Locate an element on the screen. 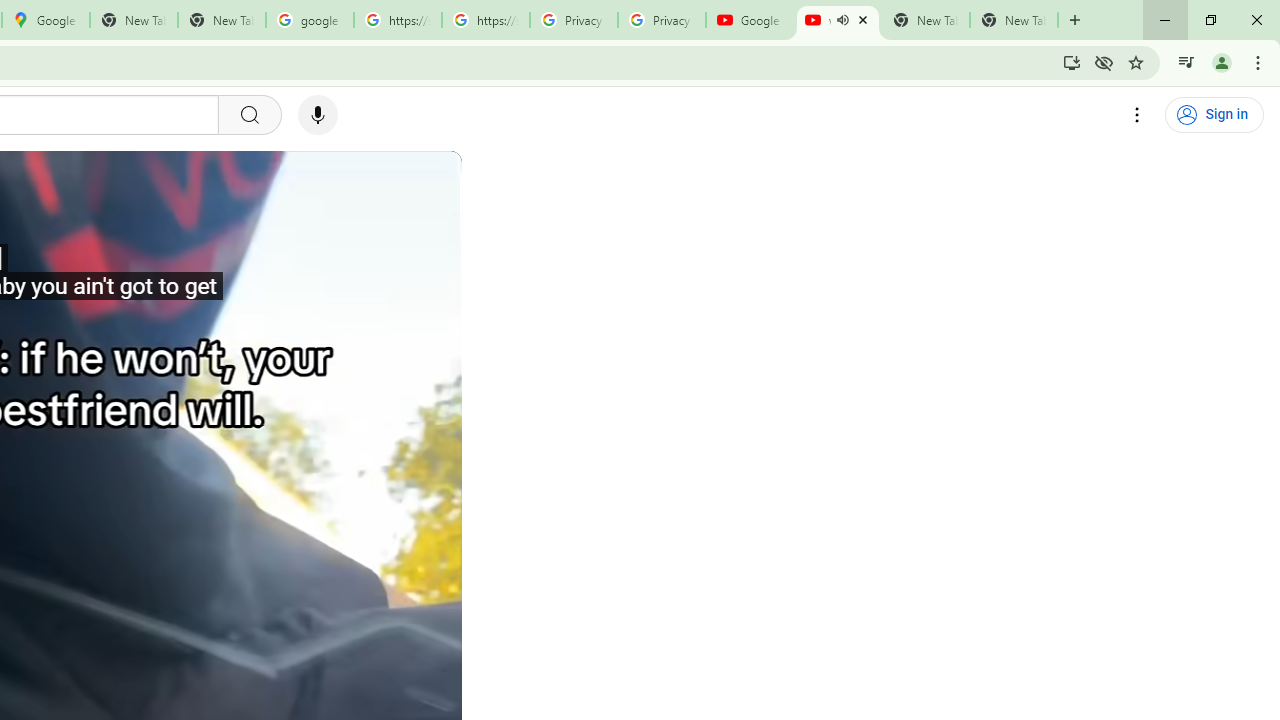  'Sign in' is located at coordinates (1213, 115).